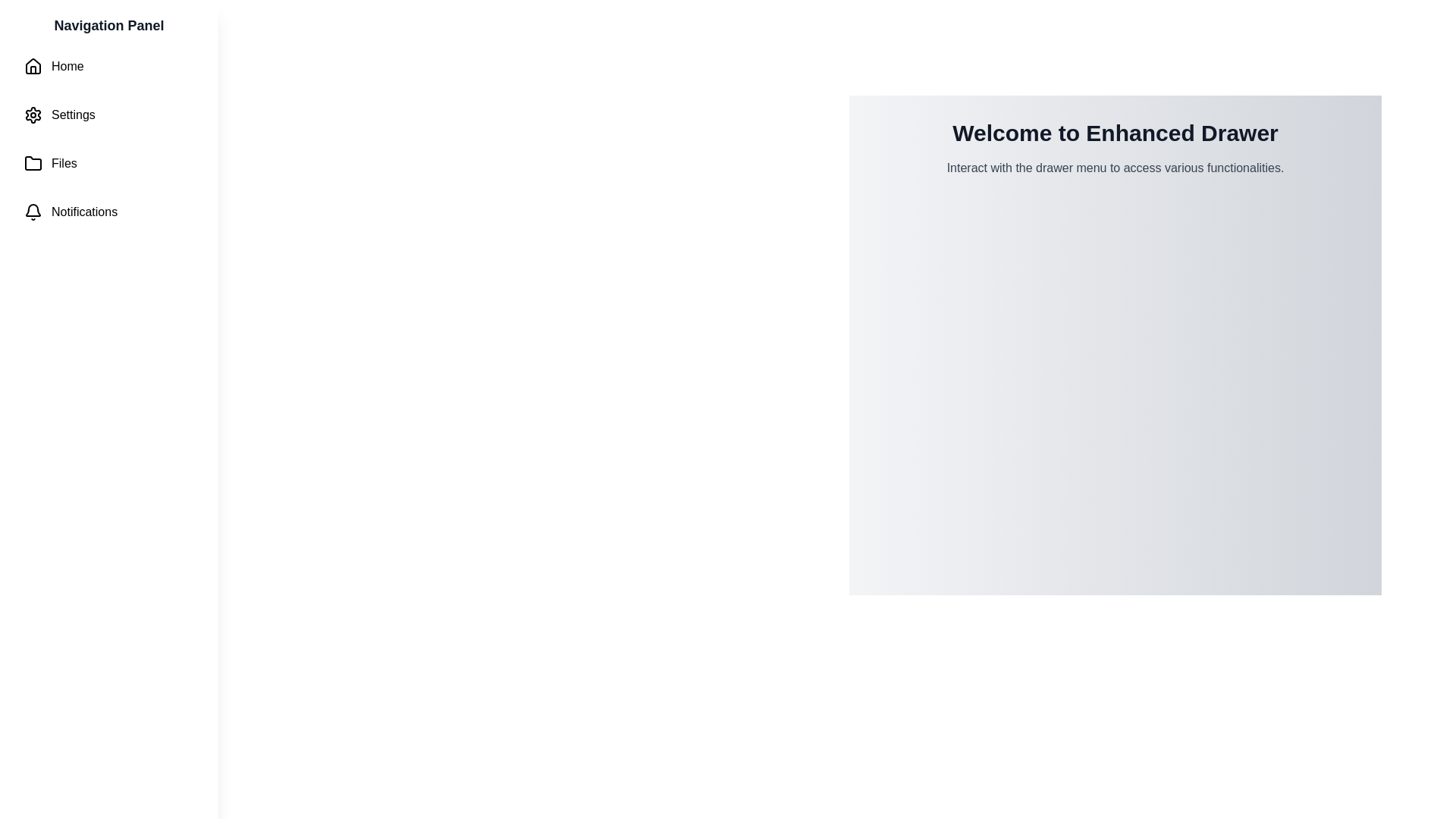 The image size is (1456, 819). What do you see at coordinates (33, 212) in the screenshot?
I see `the bell icon located in the navigation menu next to the 'Notifications' label` at bounding box center [33, 212].